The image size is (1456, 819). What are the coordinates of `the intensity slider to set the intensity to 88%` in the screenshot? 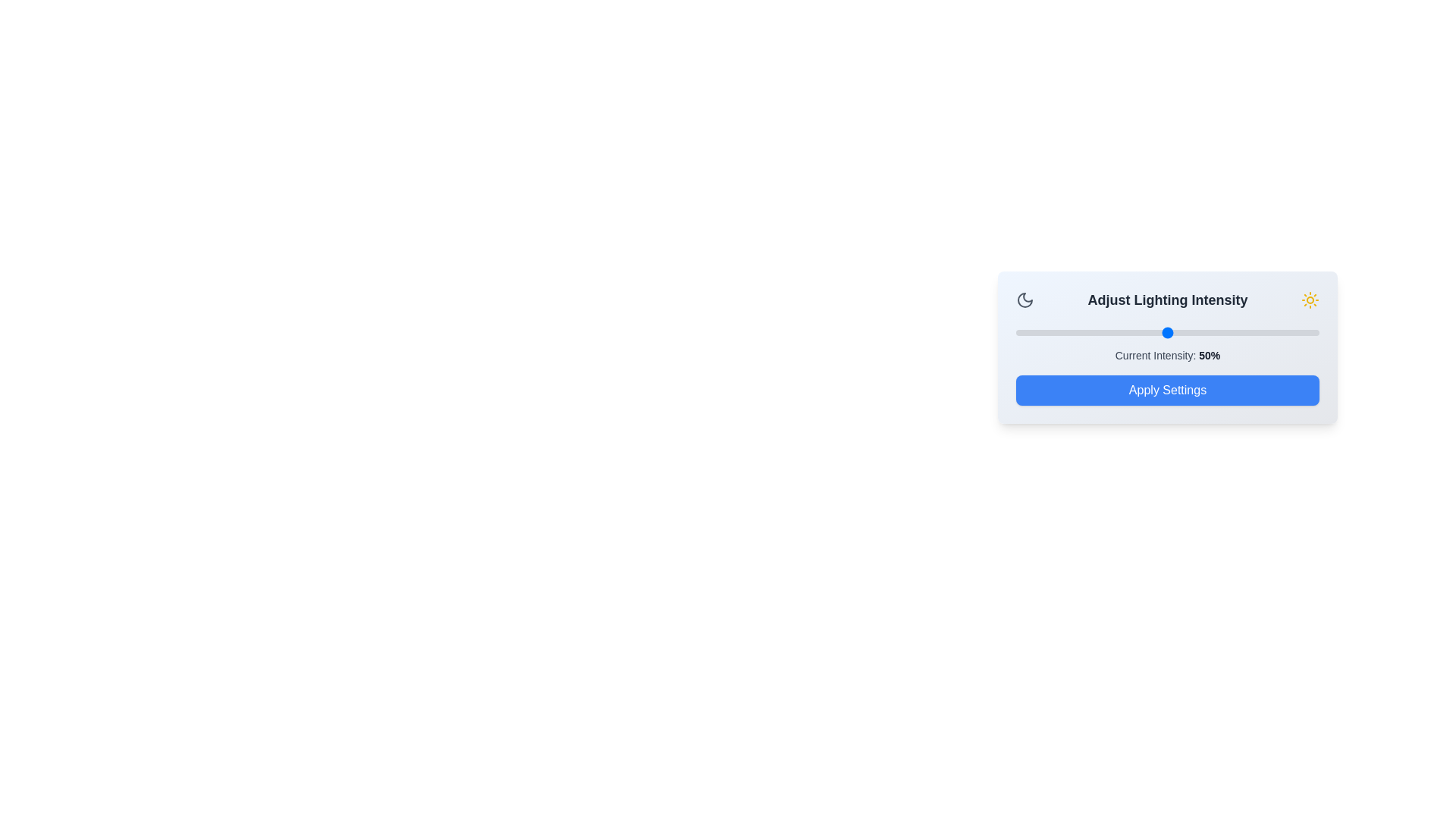 It's located at (1282, 332).